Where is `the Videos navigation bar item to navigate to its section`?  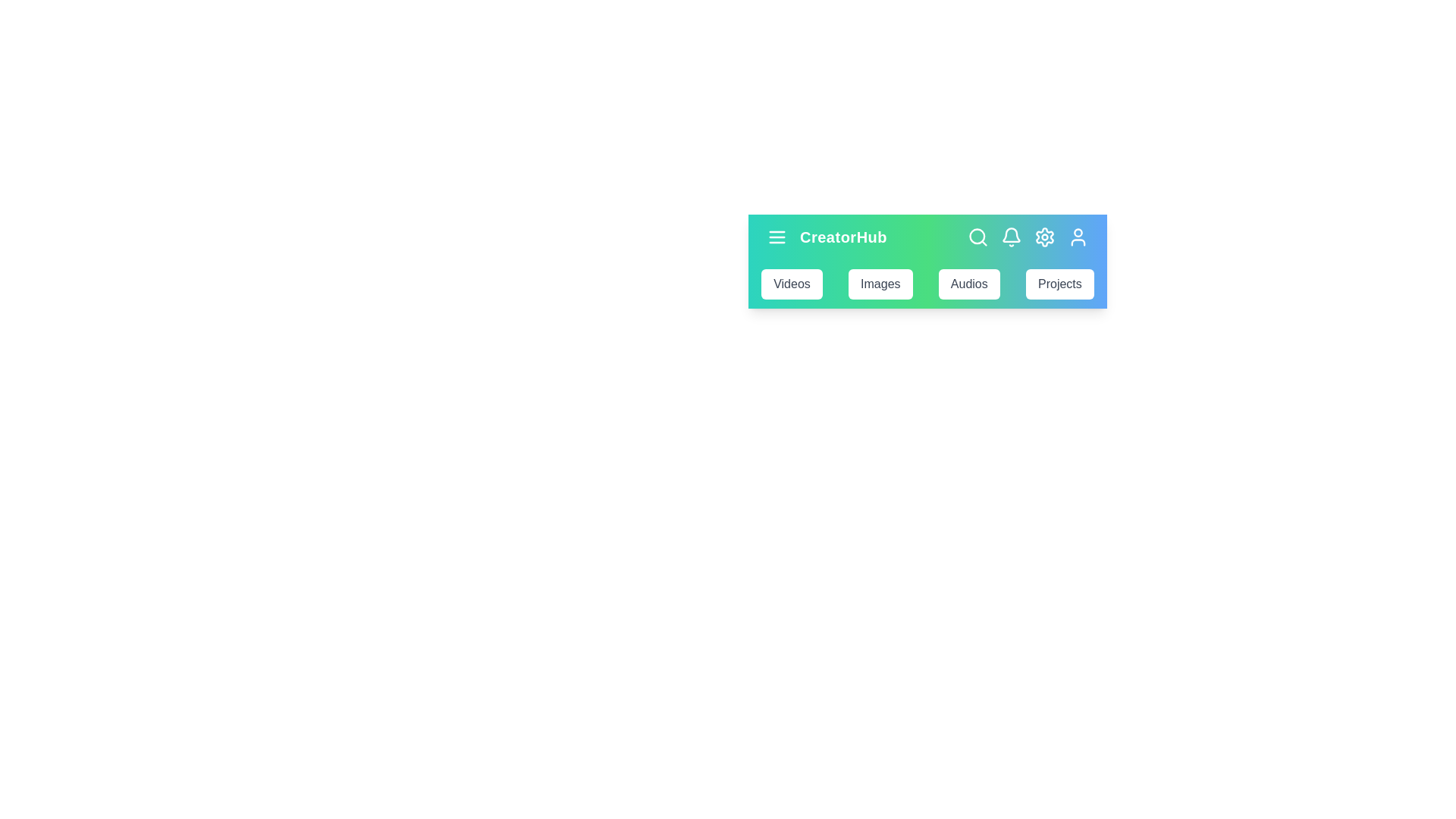 the Videos navigation bar item to navigate to its section is located at coordinates (791, 284).